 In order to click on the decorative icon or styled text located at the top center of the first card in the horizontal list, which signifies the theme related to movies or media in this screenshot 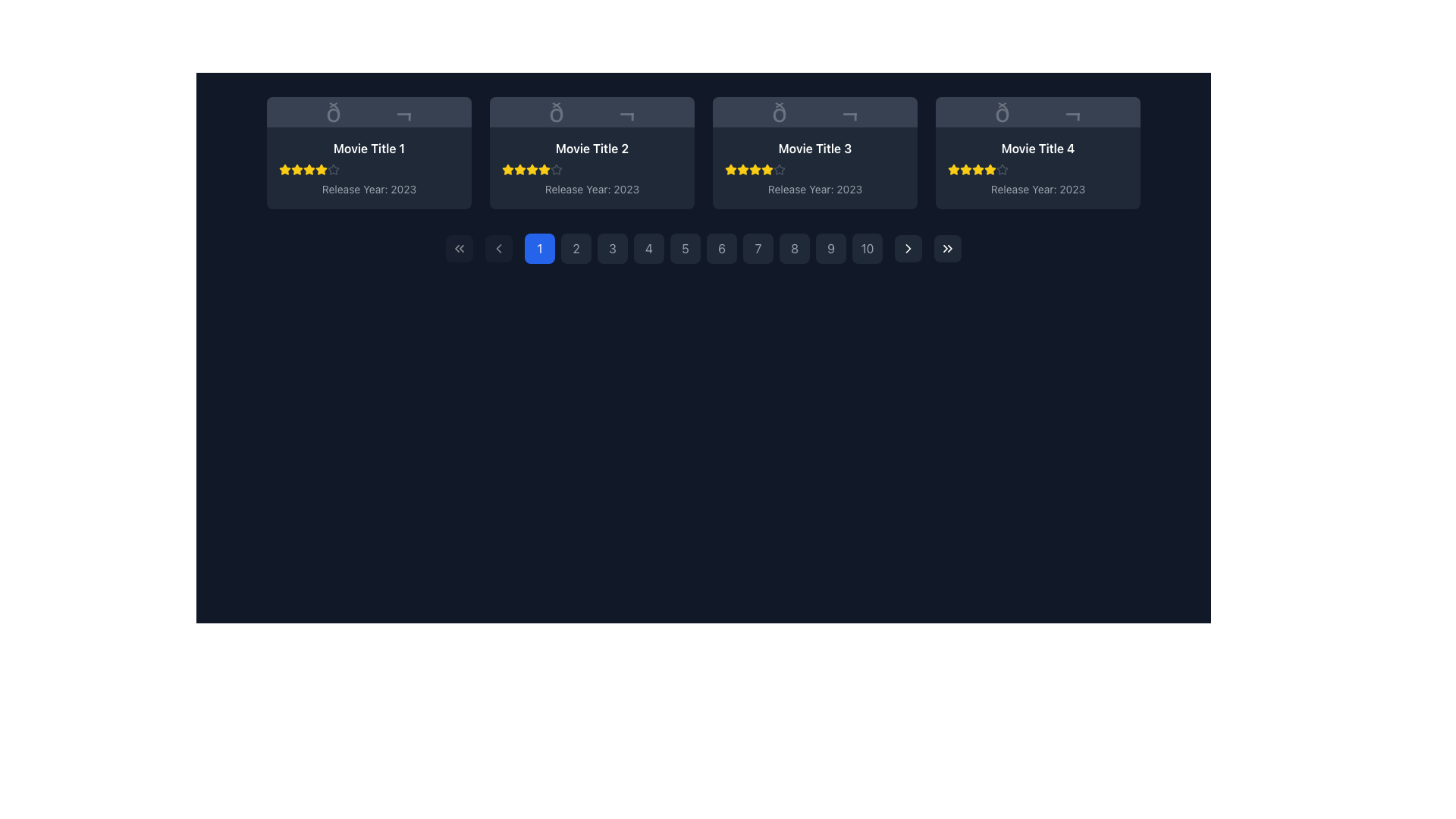, I will do `click(369, 111)`.